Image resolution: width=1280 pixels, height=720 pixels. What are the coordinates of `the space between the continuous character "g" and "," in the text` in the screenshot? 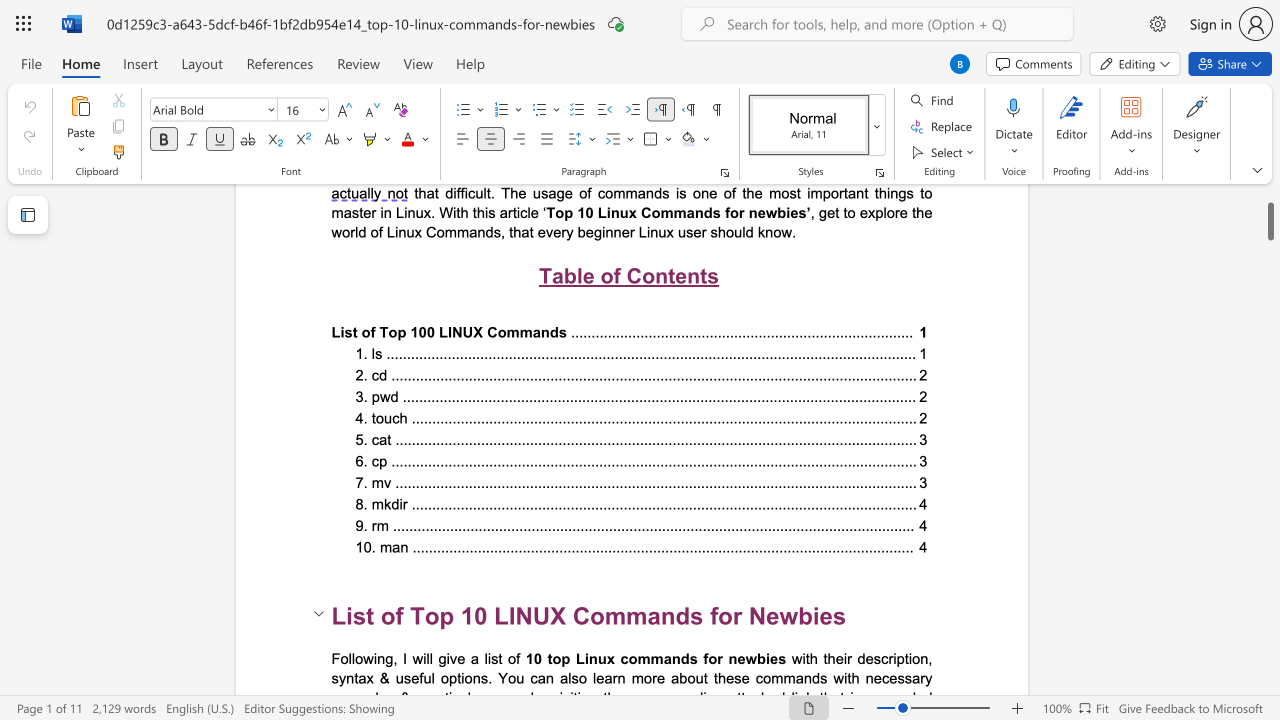 It's located at (392, 658).